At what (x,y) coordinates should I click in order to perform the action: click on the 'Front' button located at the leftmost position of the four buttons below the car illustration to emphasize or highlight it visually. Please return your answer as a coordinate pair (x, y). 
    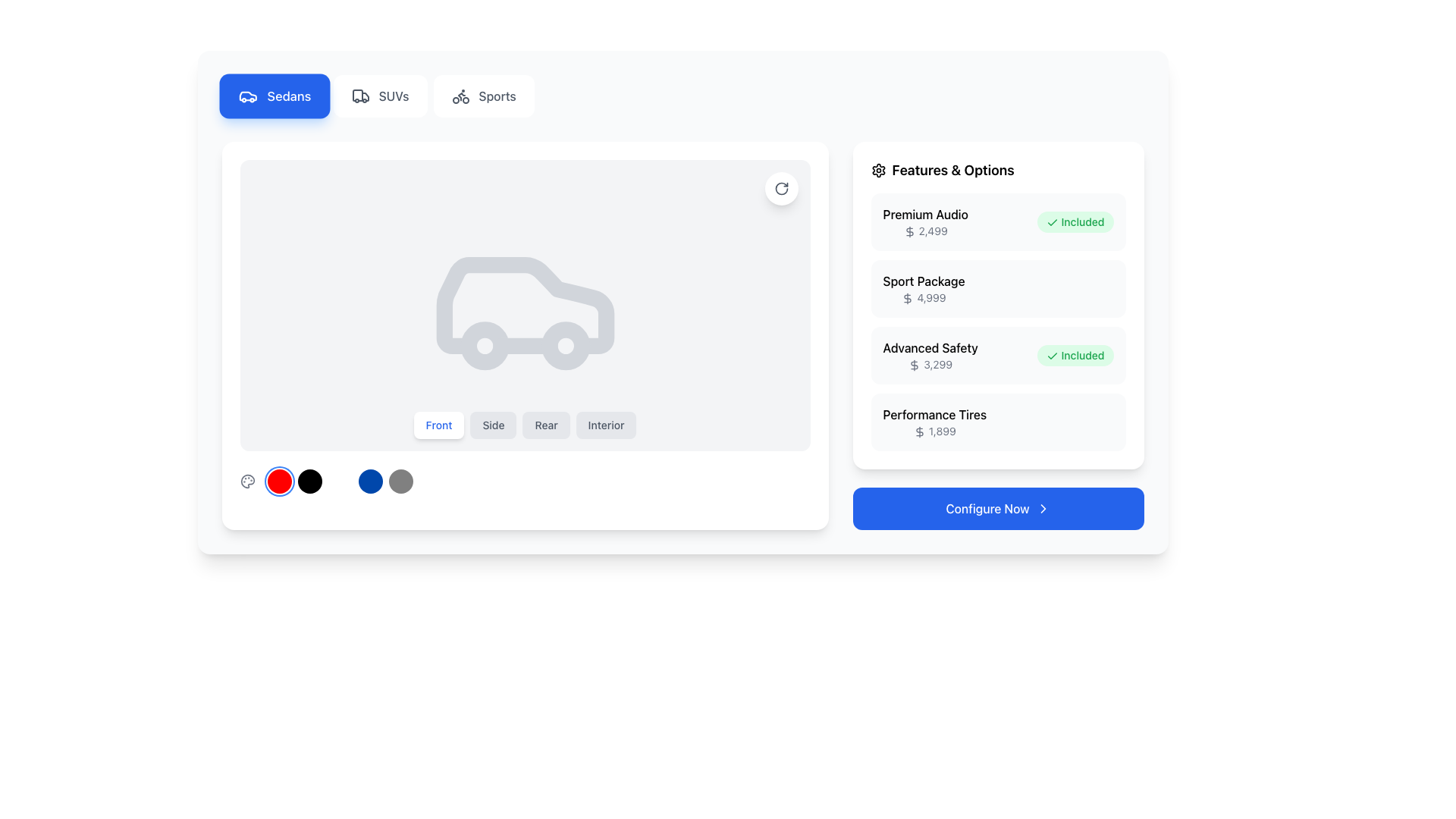
    Looking at the image, I should click on (438, 425).